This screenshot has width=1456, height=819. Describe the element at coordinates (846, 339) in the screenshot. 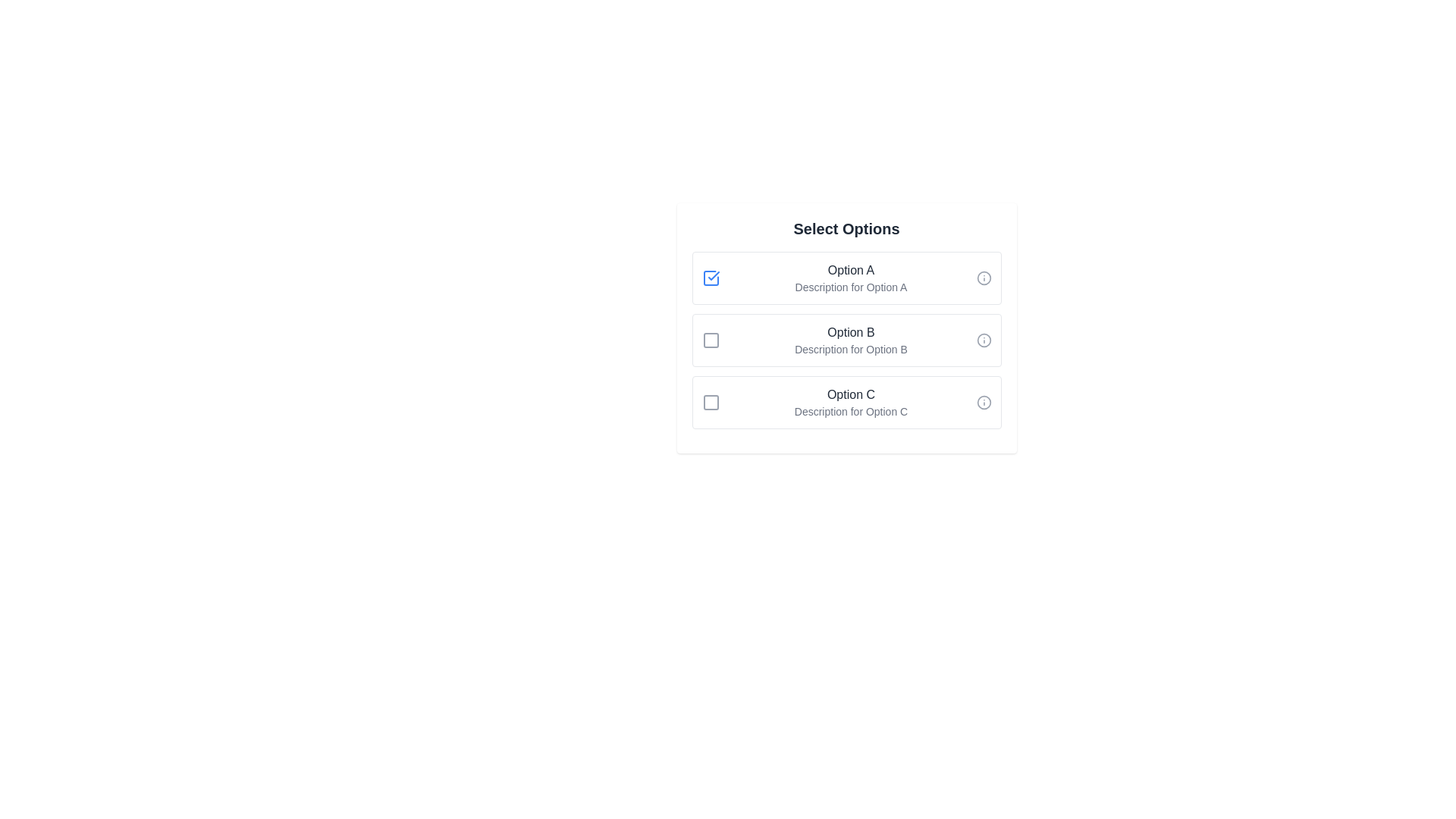

I see `the item corresponding to Option B to highlight it` at that location.